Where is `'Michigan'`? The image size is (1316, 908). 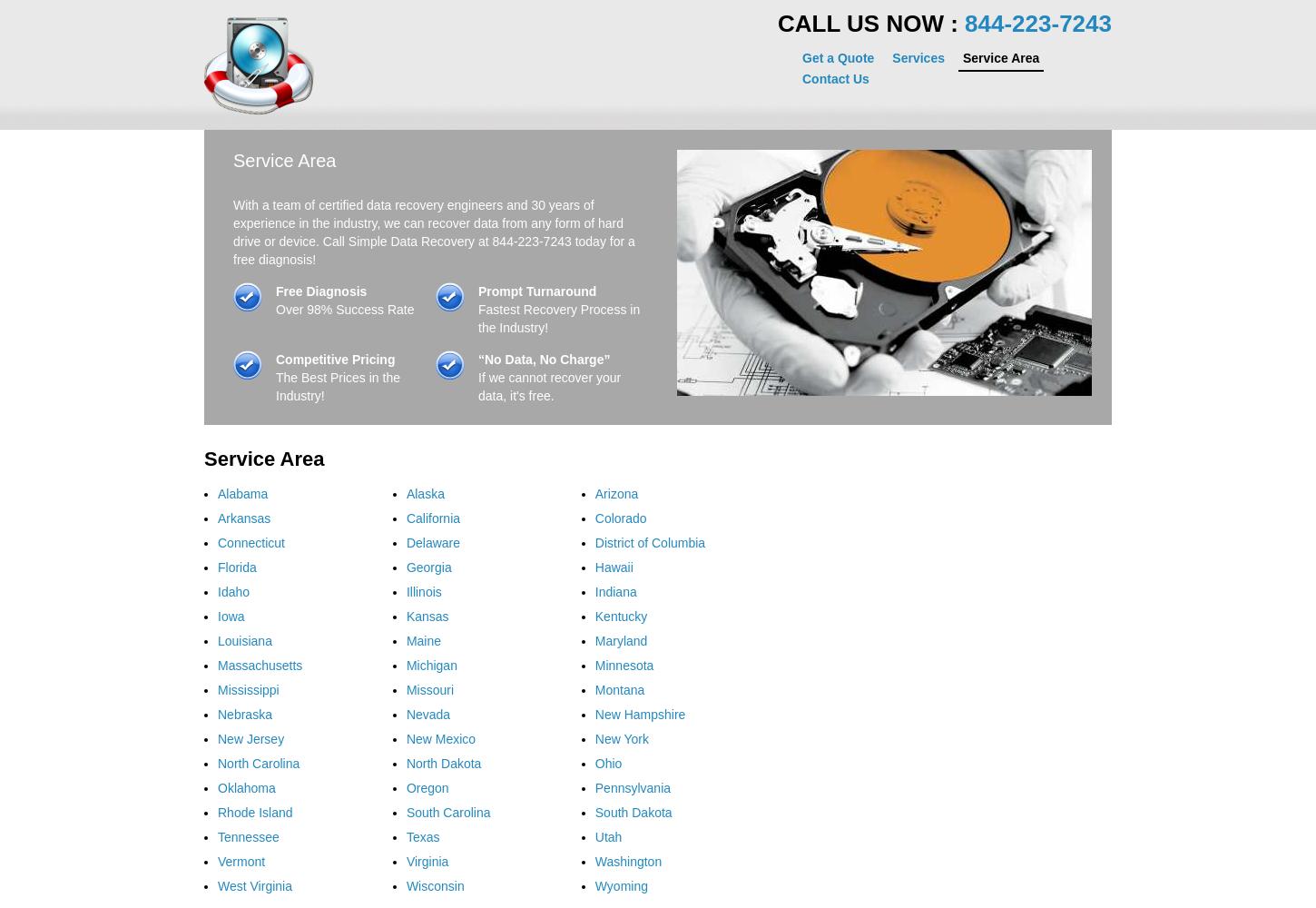 'Michigan' is located at coordinates (430, 665).